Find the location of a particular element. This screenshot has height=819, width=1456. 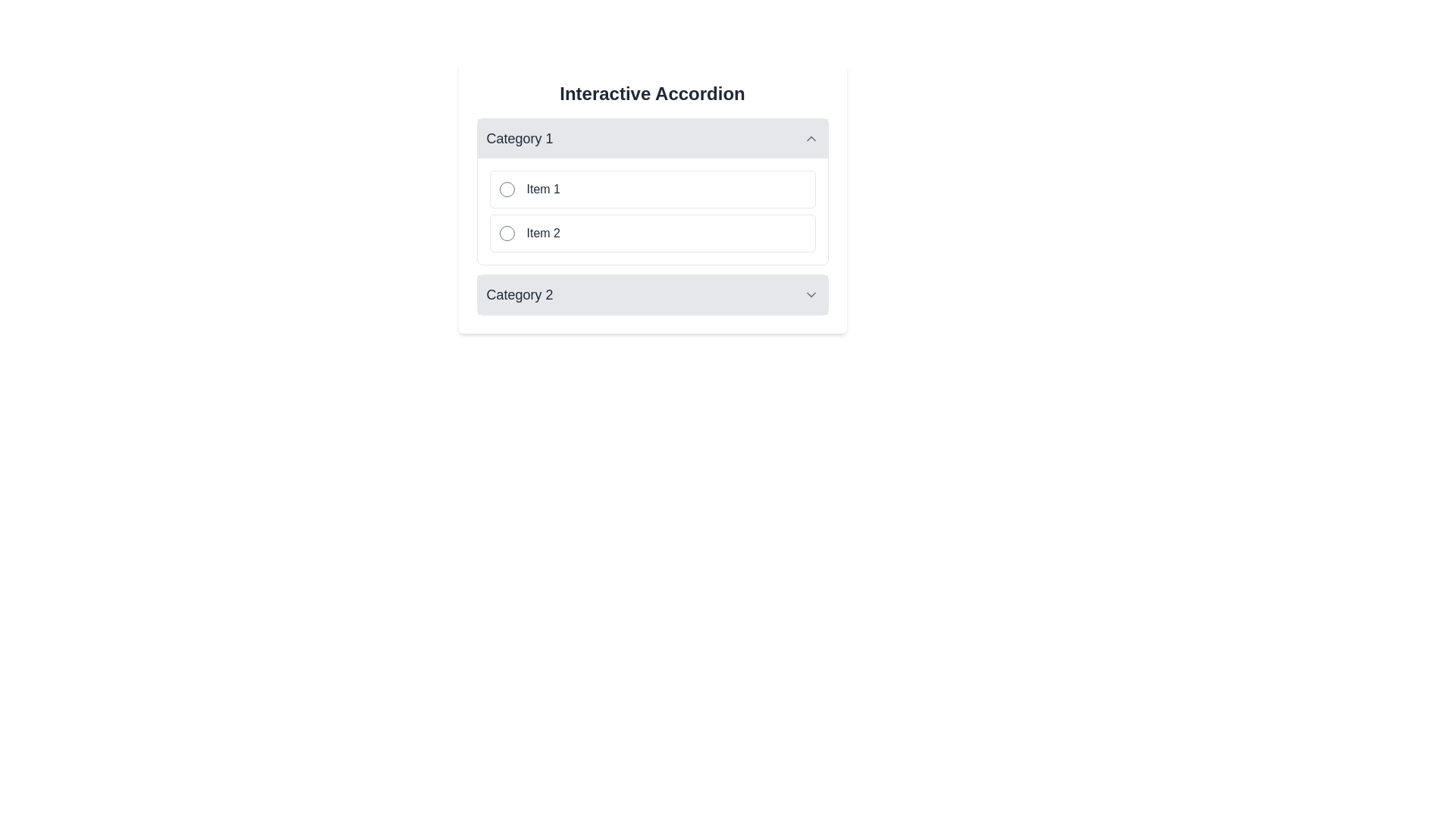

the second selectable list item with a radio button under 'Category 1' for accessibility navigation is located at coordinates (652, 234).